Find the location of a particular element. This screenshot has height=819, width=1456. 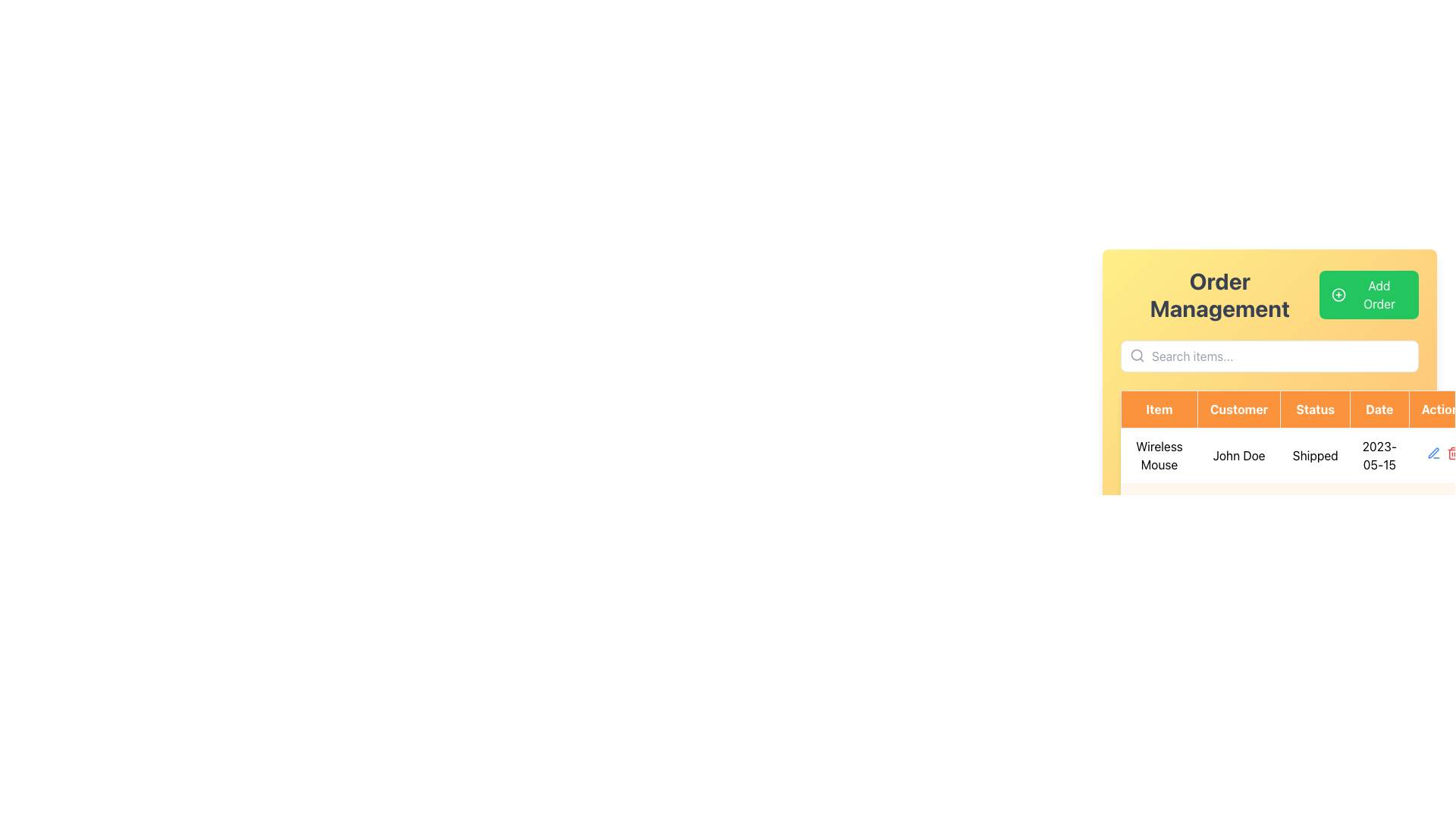

the table header cell labeled 'Date', which is the fourth column in the table header row, helping users identify date-related data is located at coordinates (1379, 409).